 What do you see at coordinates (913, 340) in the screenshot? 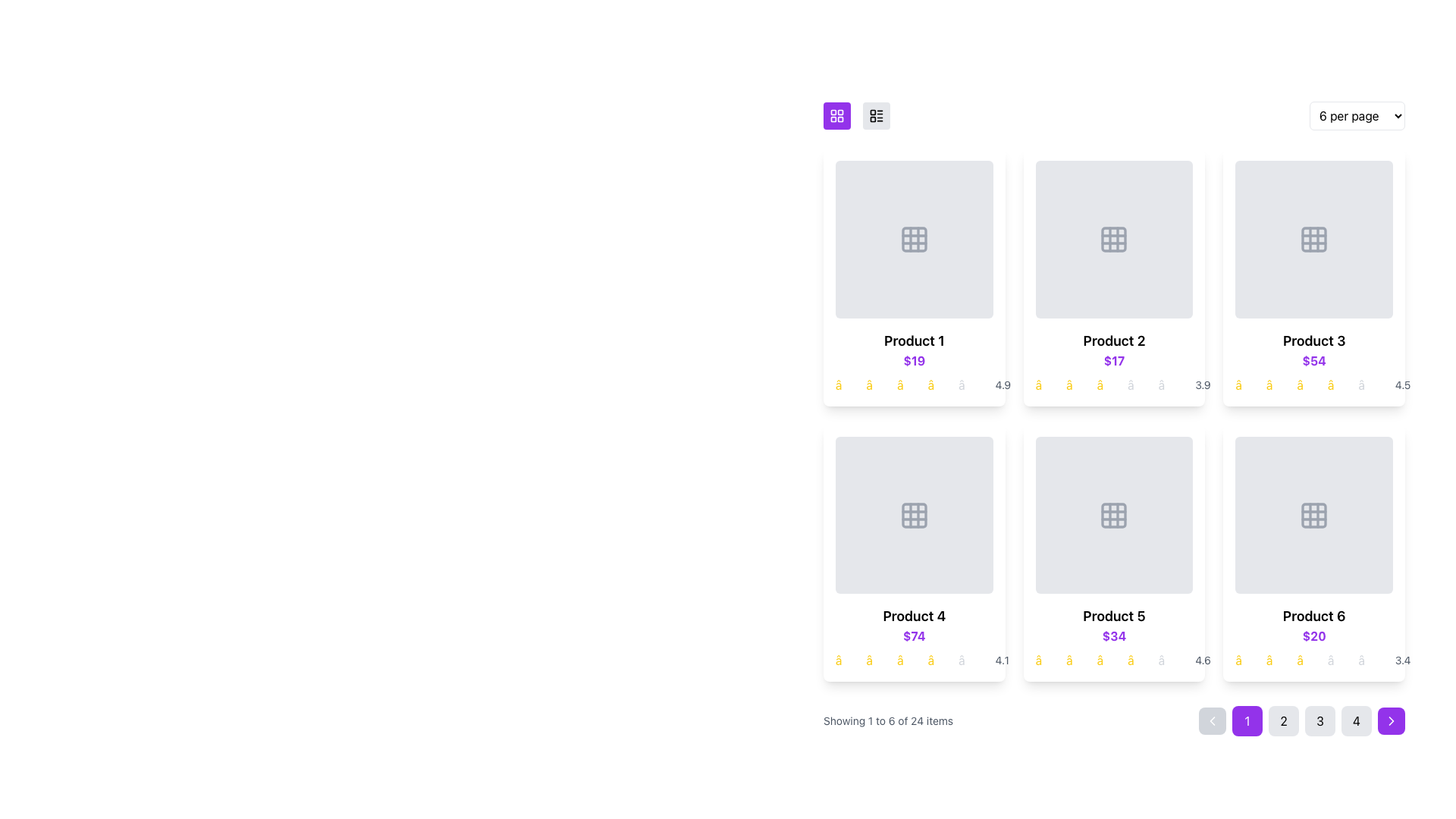
I see `the 'Product 1' text label, which is a prominent title styled in bold and located at the top of the first product display card in the grid layout` at bounding box center [913, 340].